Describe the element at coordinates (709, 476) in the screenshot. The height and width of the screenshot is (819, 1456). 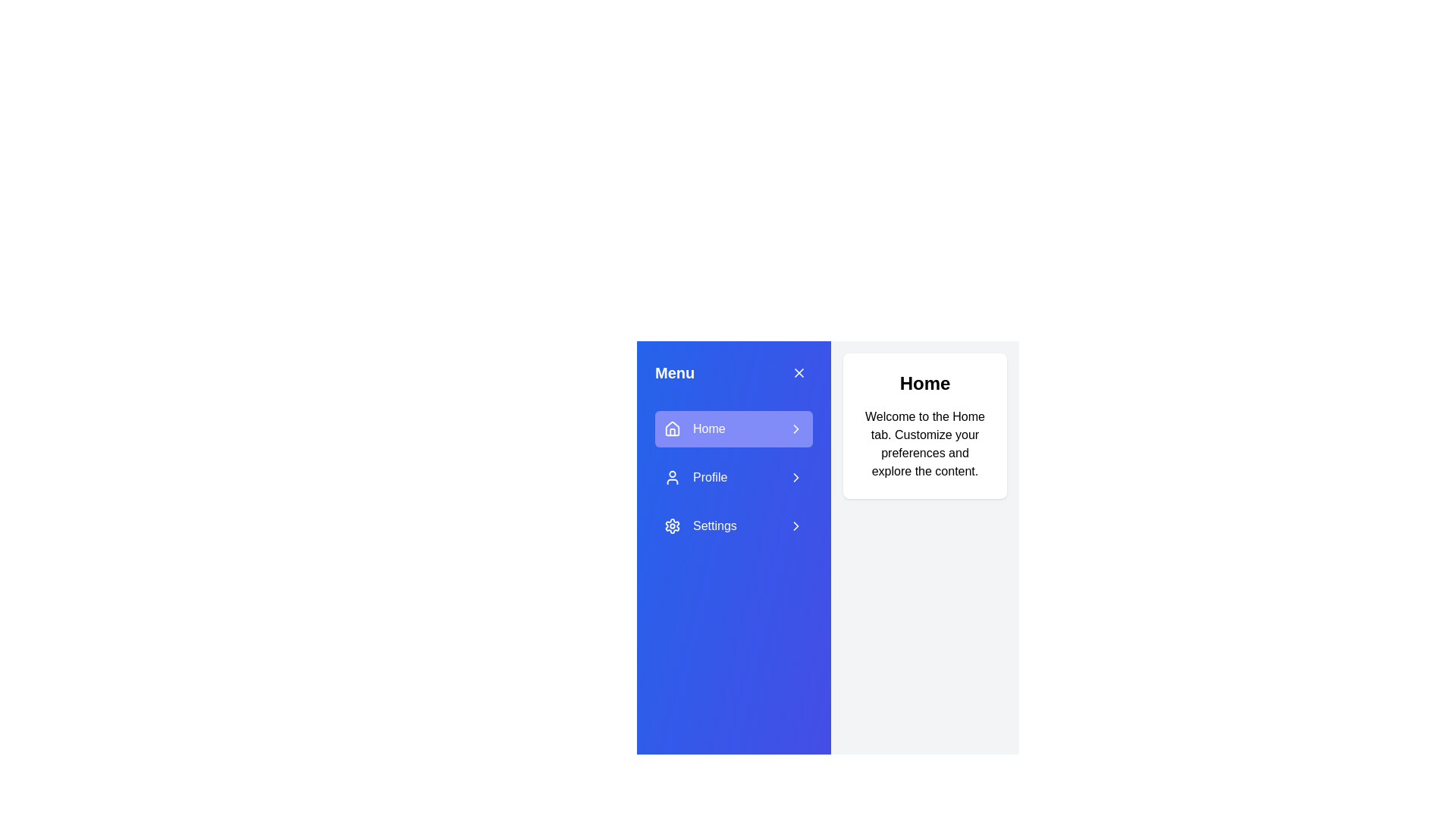
I see `the 'Profile' menu item in the navigation menu` at that location.